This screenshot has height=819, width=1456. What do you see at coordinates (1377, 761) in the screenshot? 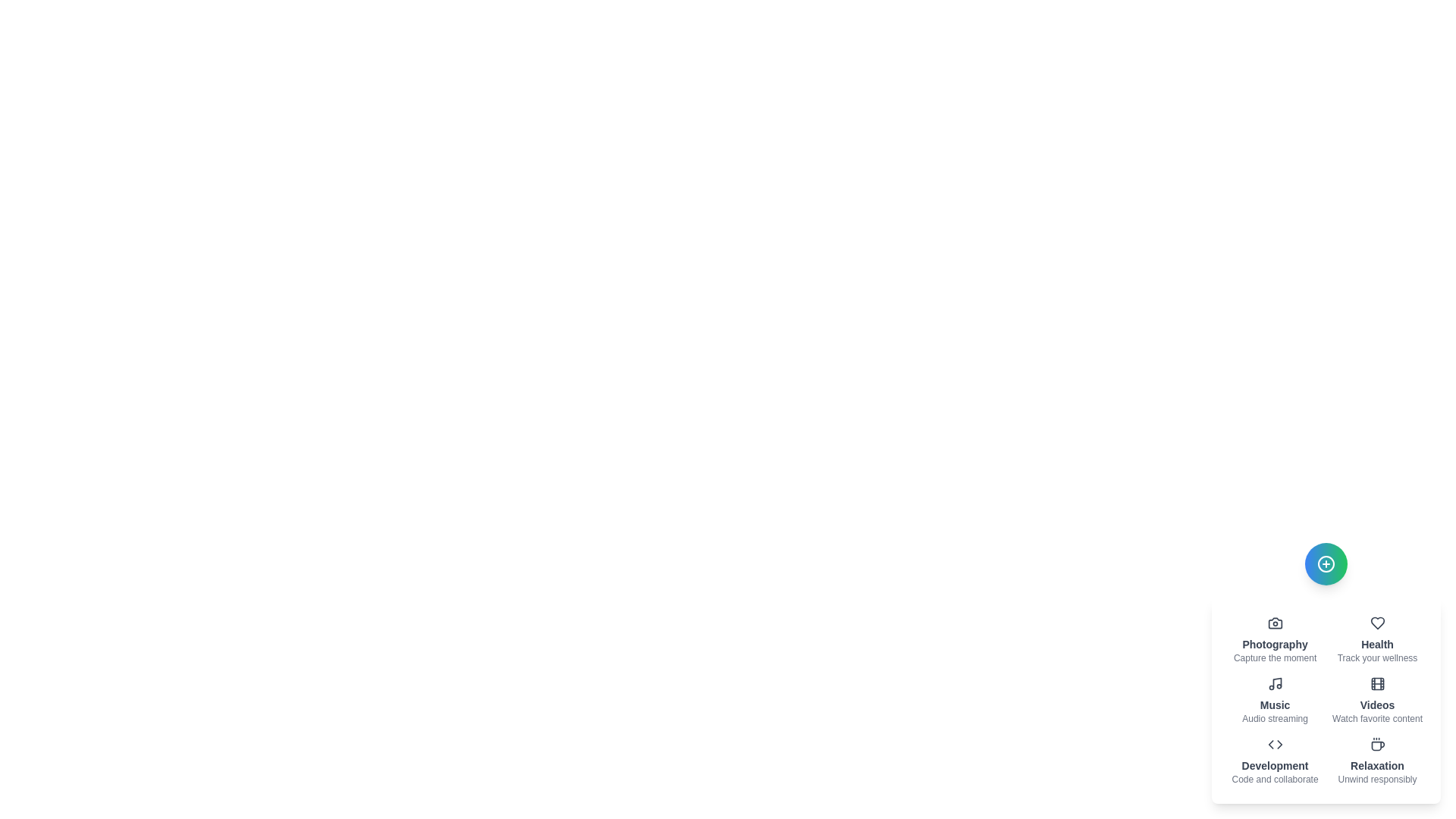
I see `the Relaxation action item to activate its feature` at bounding box center [1377, 761].